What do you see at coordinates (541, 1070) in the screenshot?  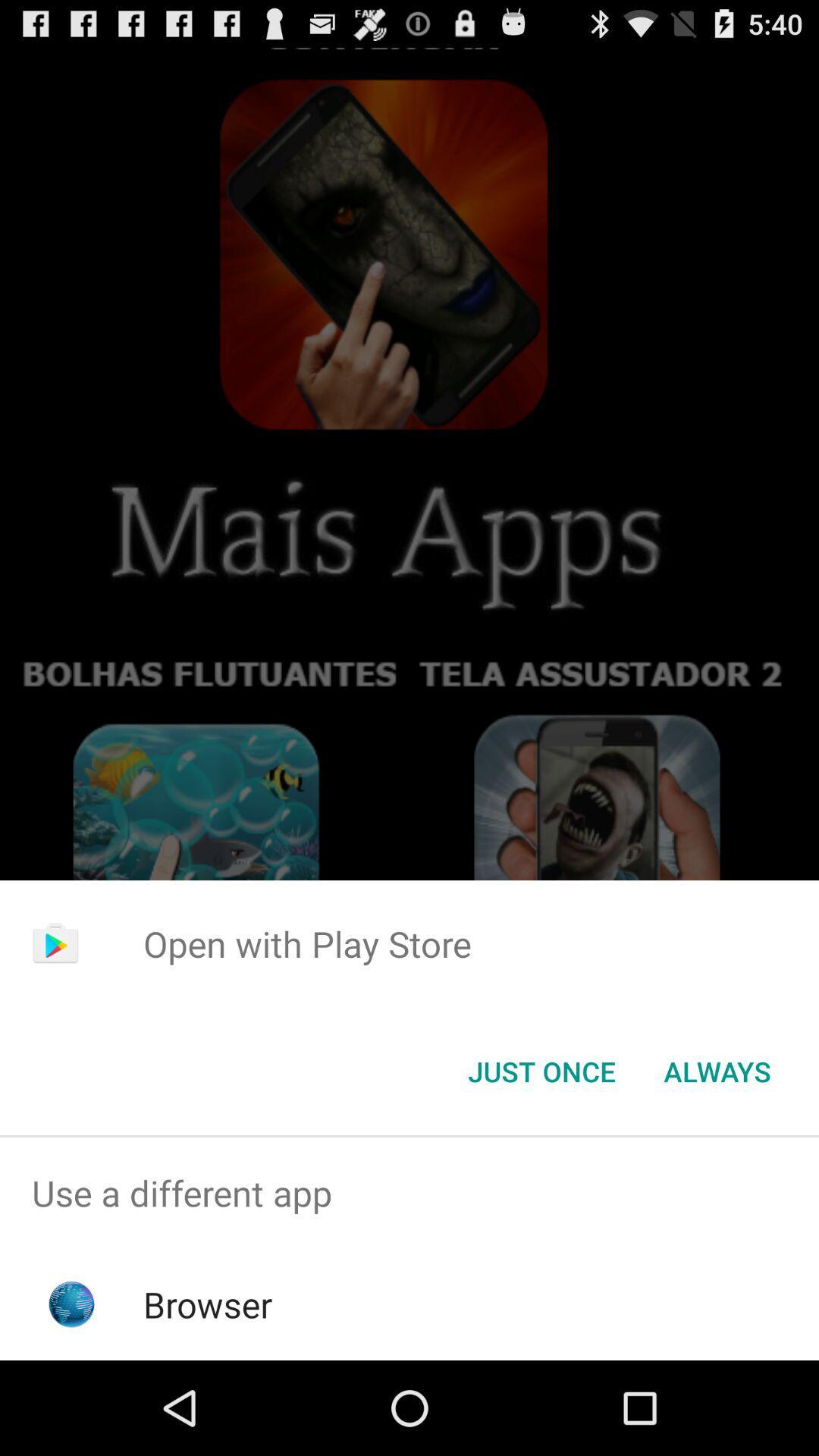 I see `just once icon` at bounding box center [541, 1070].